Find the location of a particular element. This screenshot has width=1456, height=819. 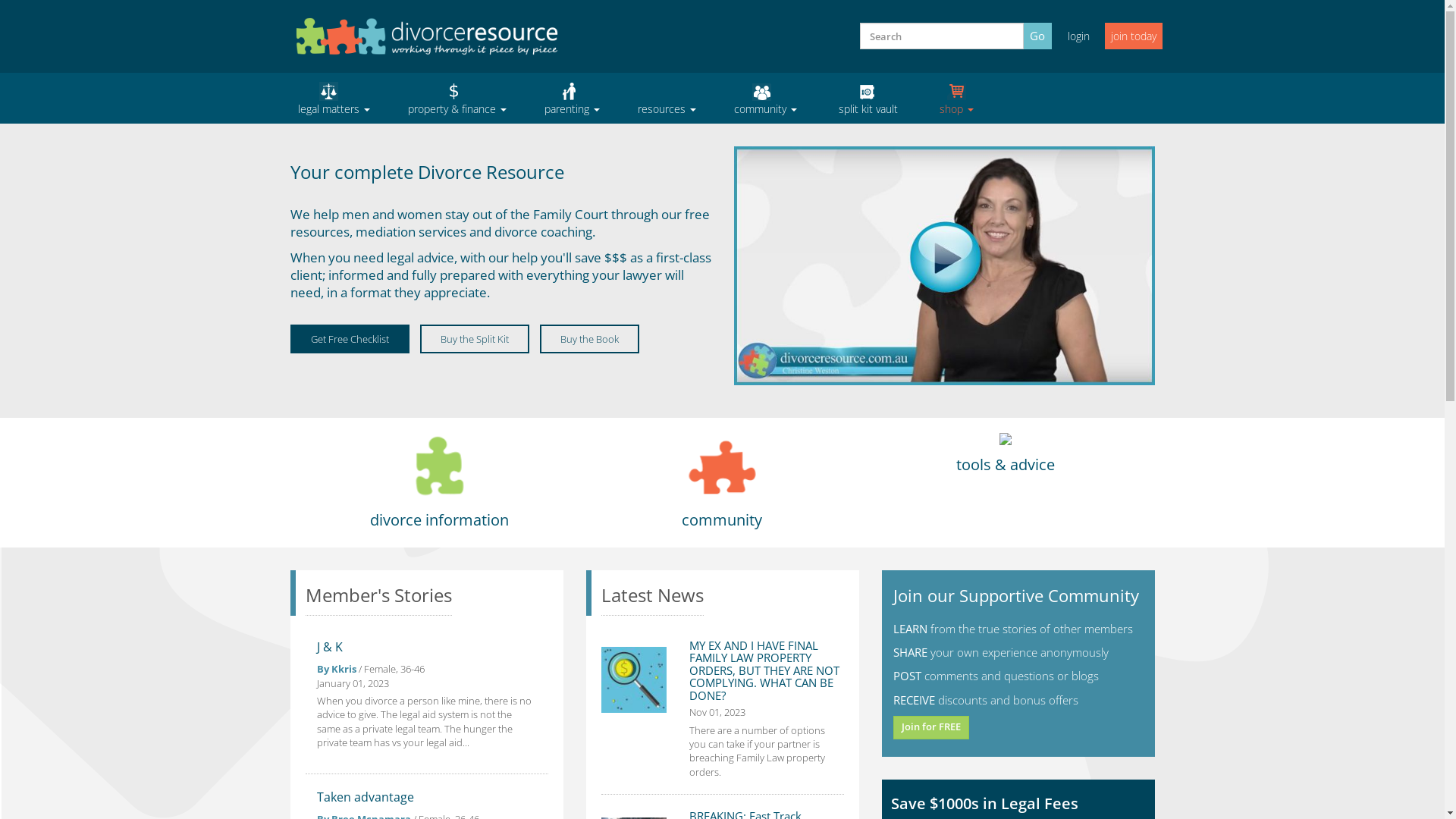

'Buy the Split Kit' is located at coordinates (473, 338).